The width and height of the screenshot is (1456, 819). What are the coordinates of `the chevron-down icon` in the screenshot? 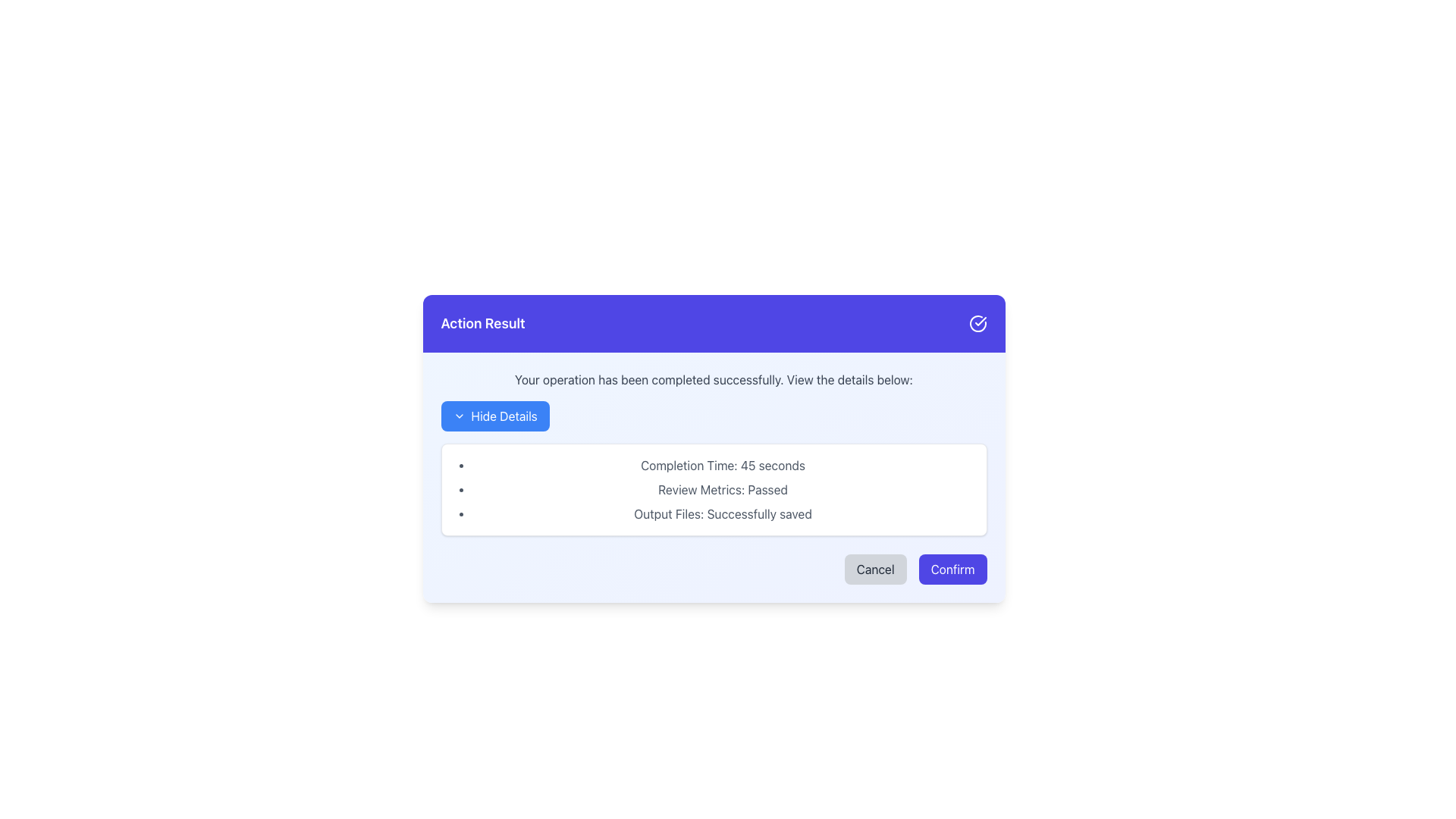 It's located at (458, 416).